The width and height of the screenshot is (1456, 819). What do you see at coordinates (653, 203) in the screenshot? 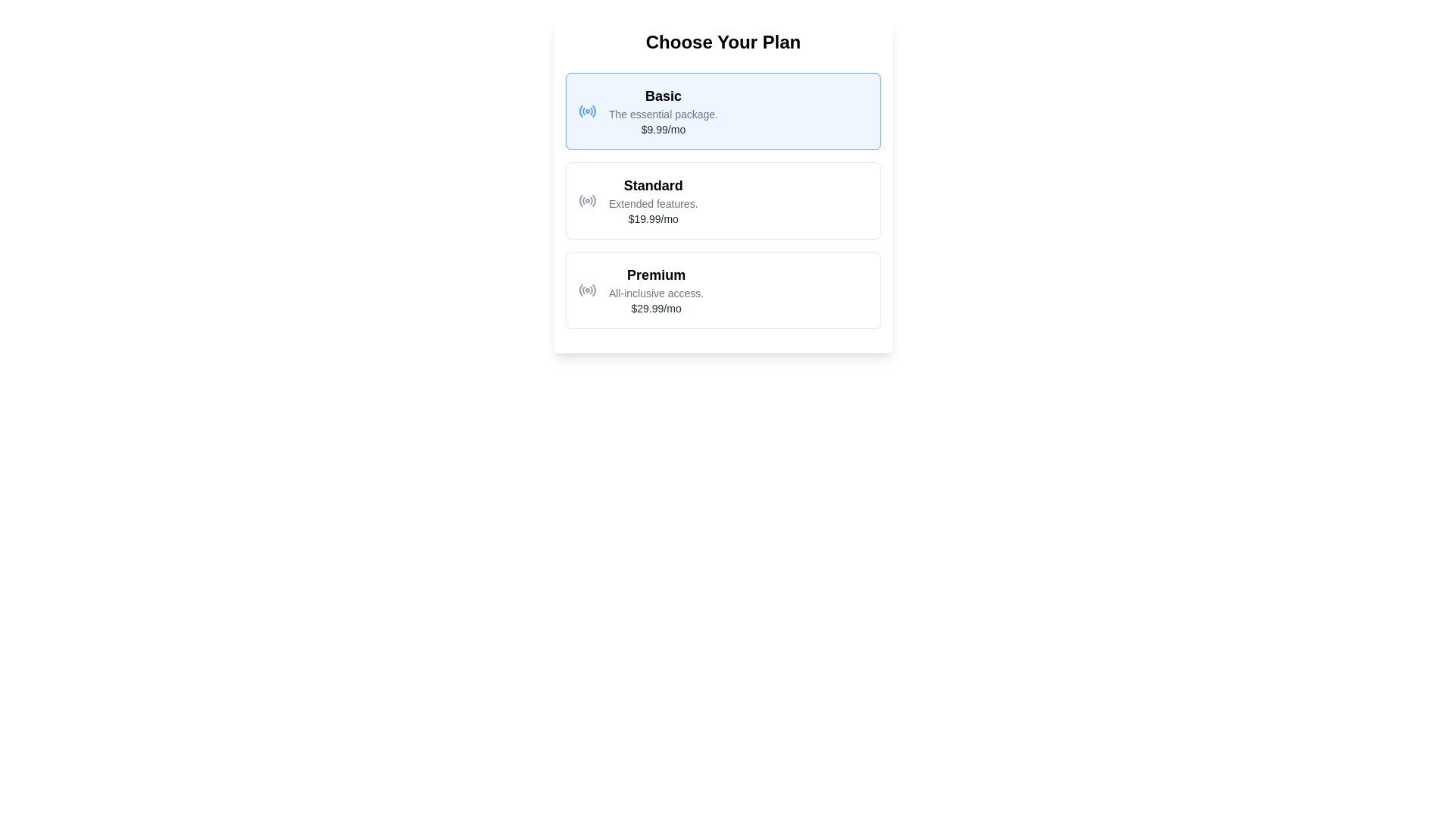
I see `descriptive text label about the 'Standard' plan, which is positioned between the 'Standard' title and the price information` at bounding box center [653, 203].